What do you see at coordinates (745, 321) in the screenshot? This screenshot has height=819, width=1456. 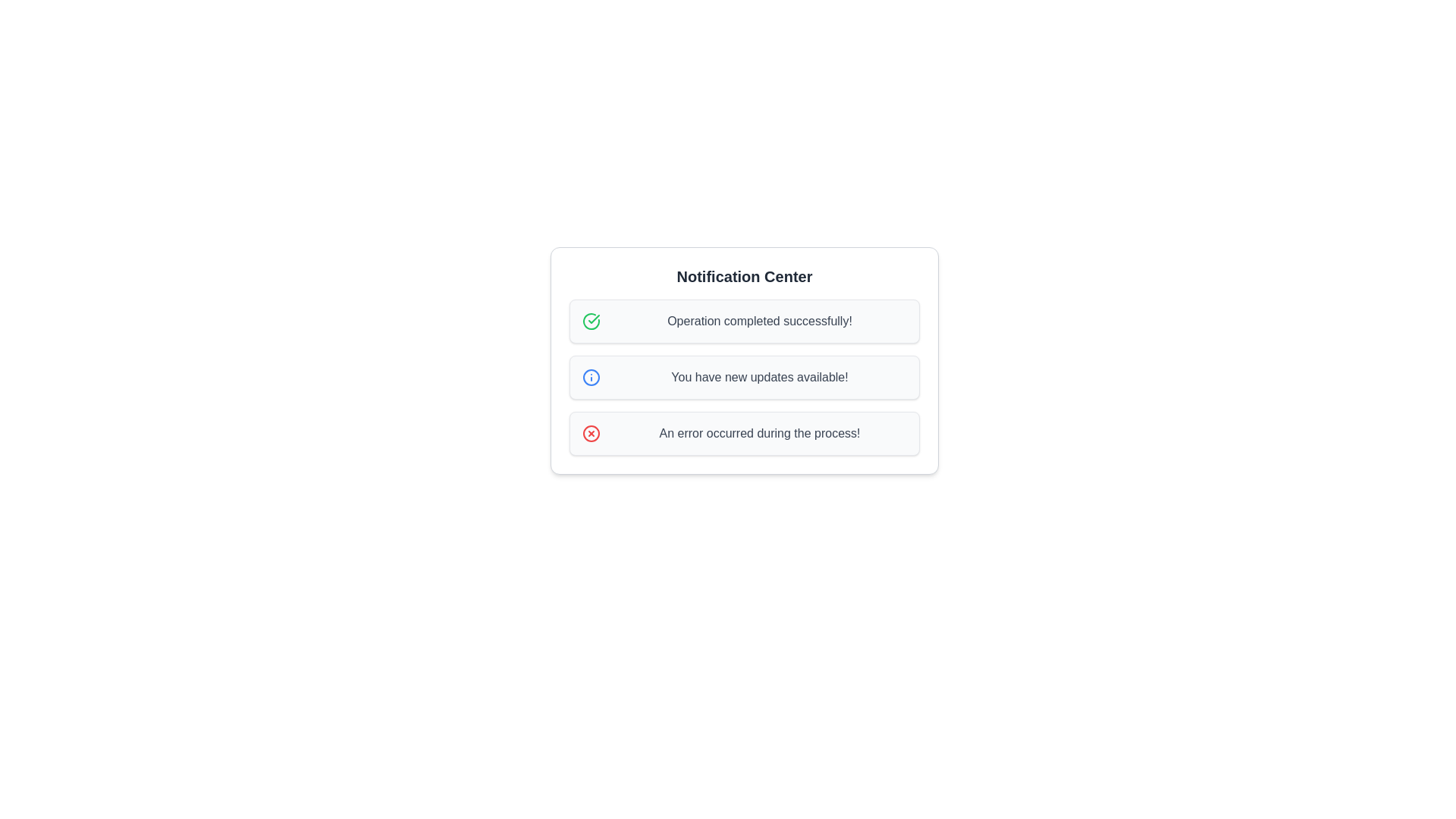 I see `the Notification box that informs the user about the successful completion of an operation` at bounding box center [745, 321].